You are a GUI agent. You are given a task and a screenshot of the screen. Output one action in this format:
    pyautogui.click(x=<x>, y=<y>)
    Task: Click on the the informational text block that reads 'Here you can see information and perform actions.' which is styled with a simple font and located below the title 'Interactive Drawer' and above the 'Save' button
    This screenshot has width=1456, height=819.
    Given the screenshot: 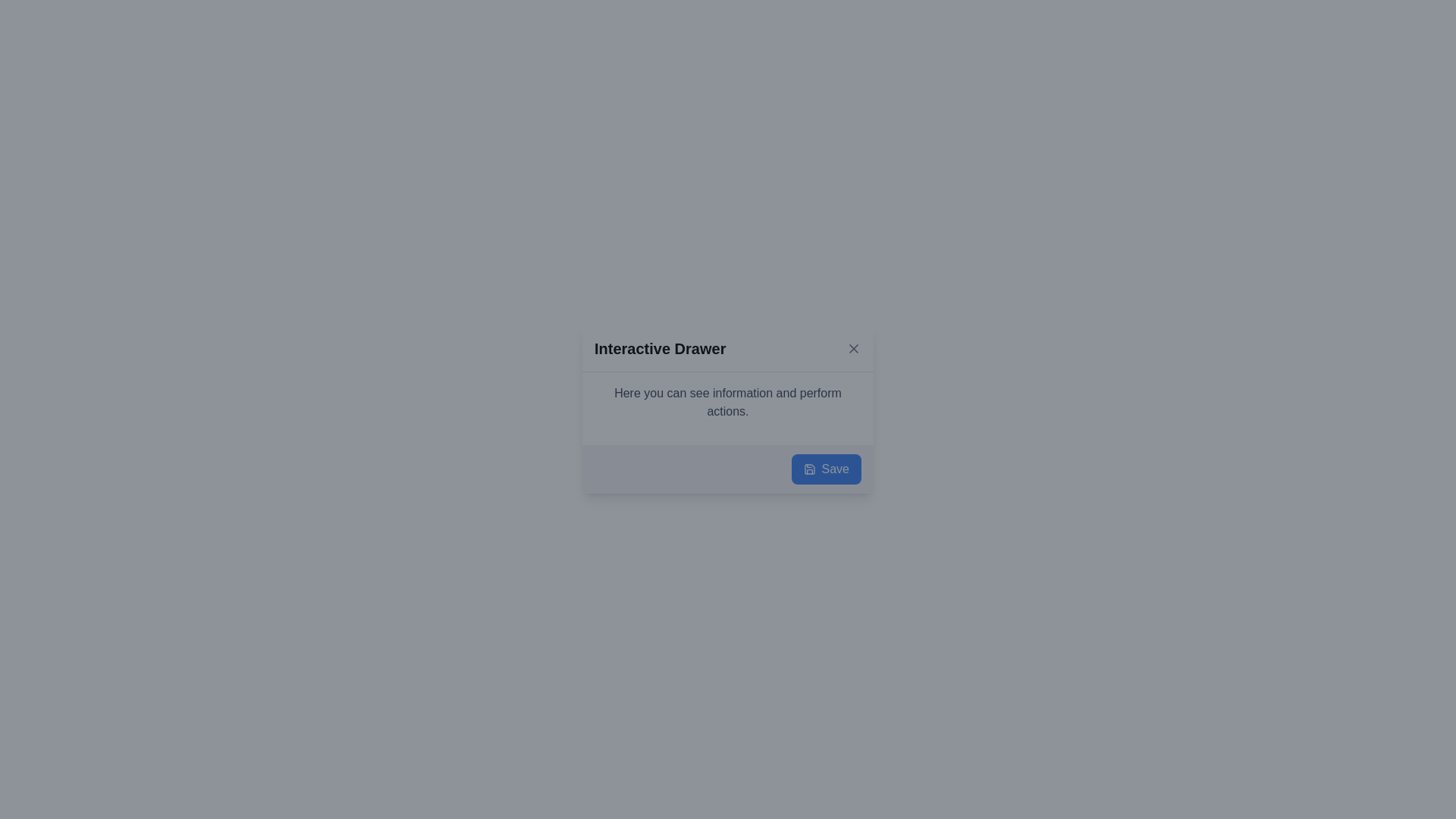 What is the action you would take?
    pyautogui.click(x=728, y=406)
    